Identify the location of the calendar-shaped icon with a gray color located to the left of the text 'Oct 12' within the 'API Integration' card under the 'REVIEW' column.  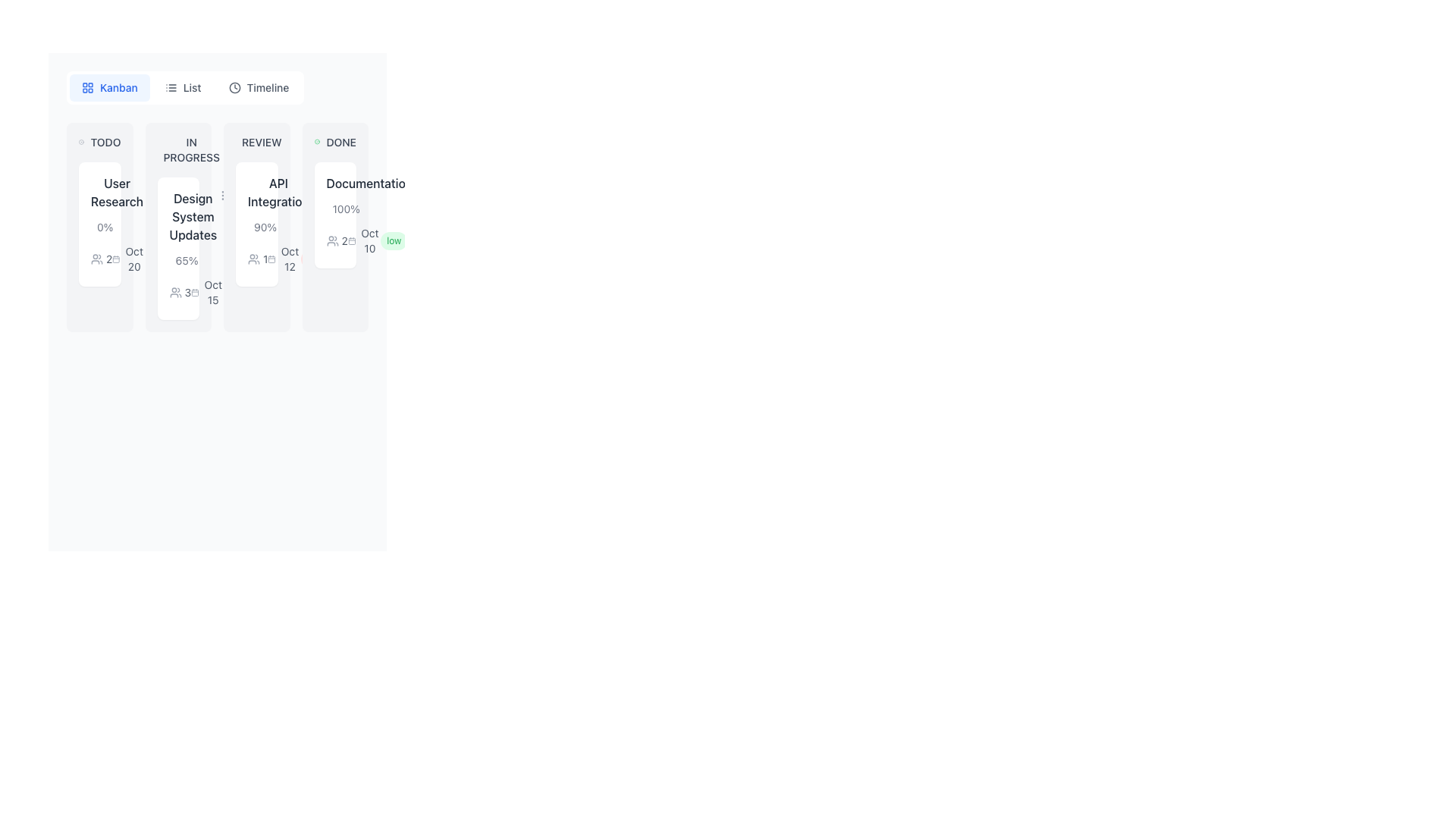
(271, 259).